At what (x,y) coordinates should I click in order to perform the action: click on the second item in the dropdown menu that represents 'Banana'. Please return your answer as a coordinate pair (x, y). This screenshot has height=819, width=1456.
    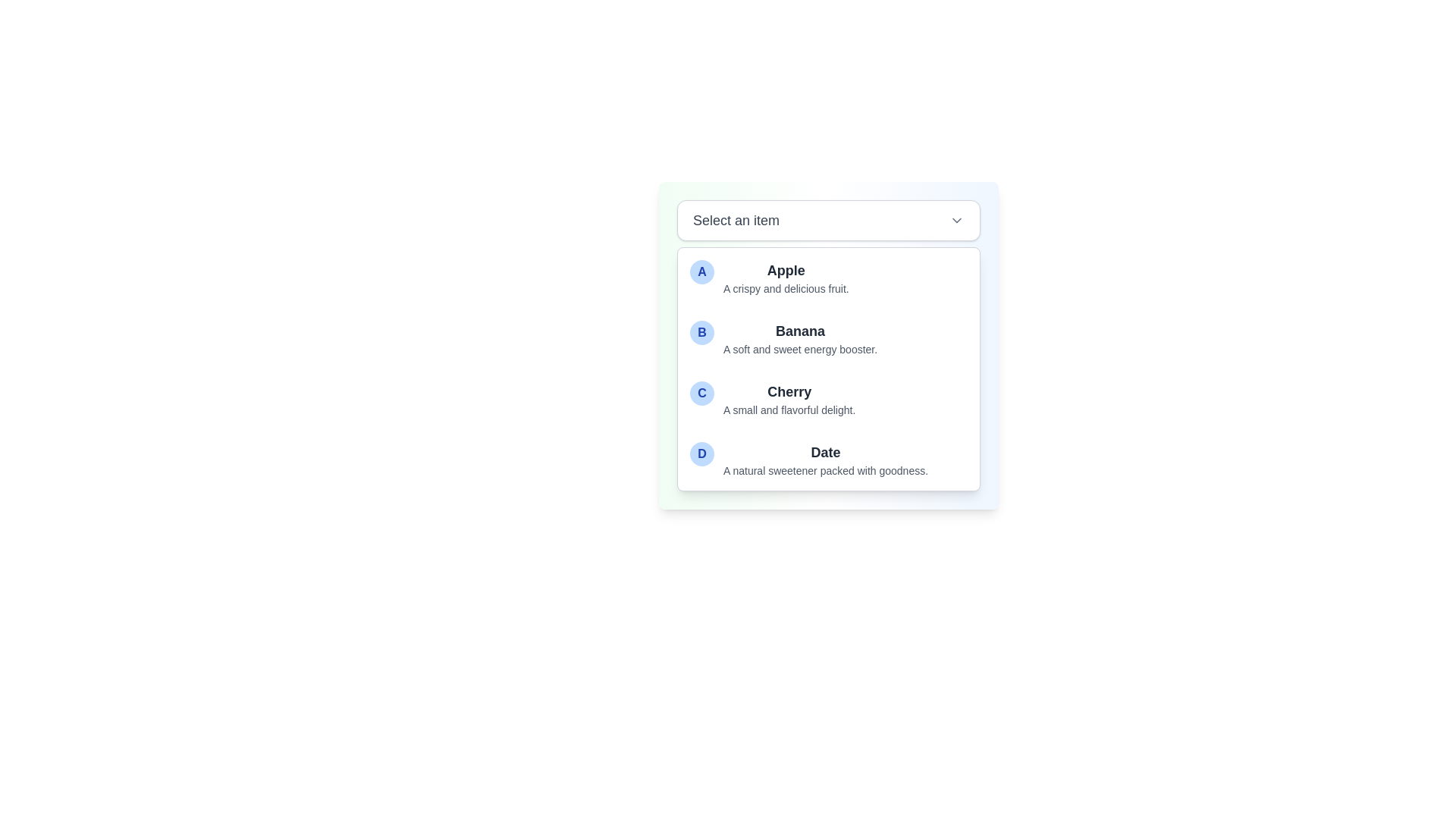
    Looking at the image, I should click on (828, 338).